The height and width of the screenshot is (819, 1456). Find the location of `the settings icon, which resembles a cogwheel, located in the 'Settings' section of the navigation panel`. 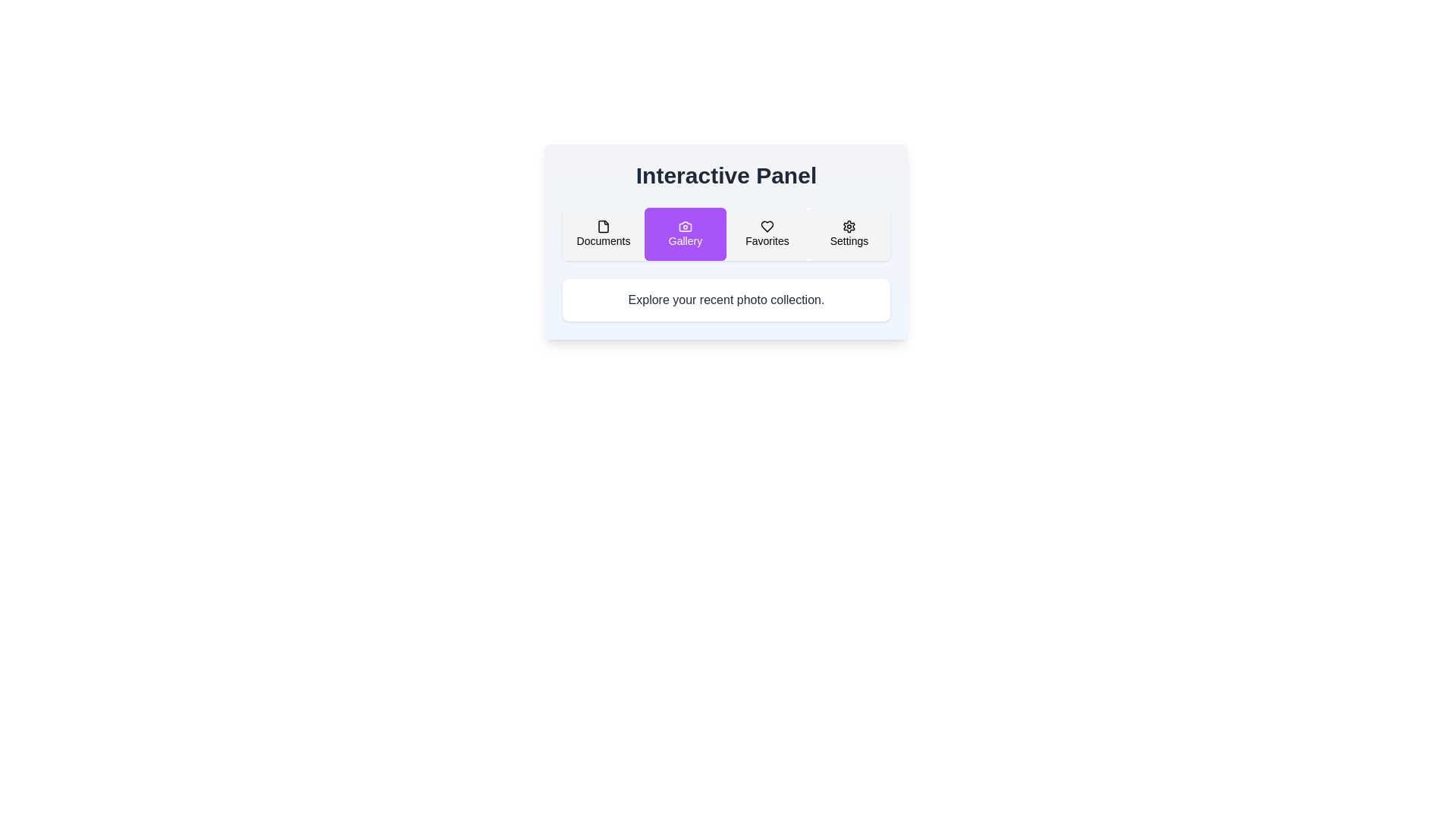

the settings icon, which resembles a cogwheel, located in the 'Settings' section of the navigation panel is located at coordinates (848, 227).